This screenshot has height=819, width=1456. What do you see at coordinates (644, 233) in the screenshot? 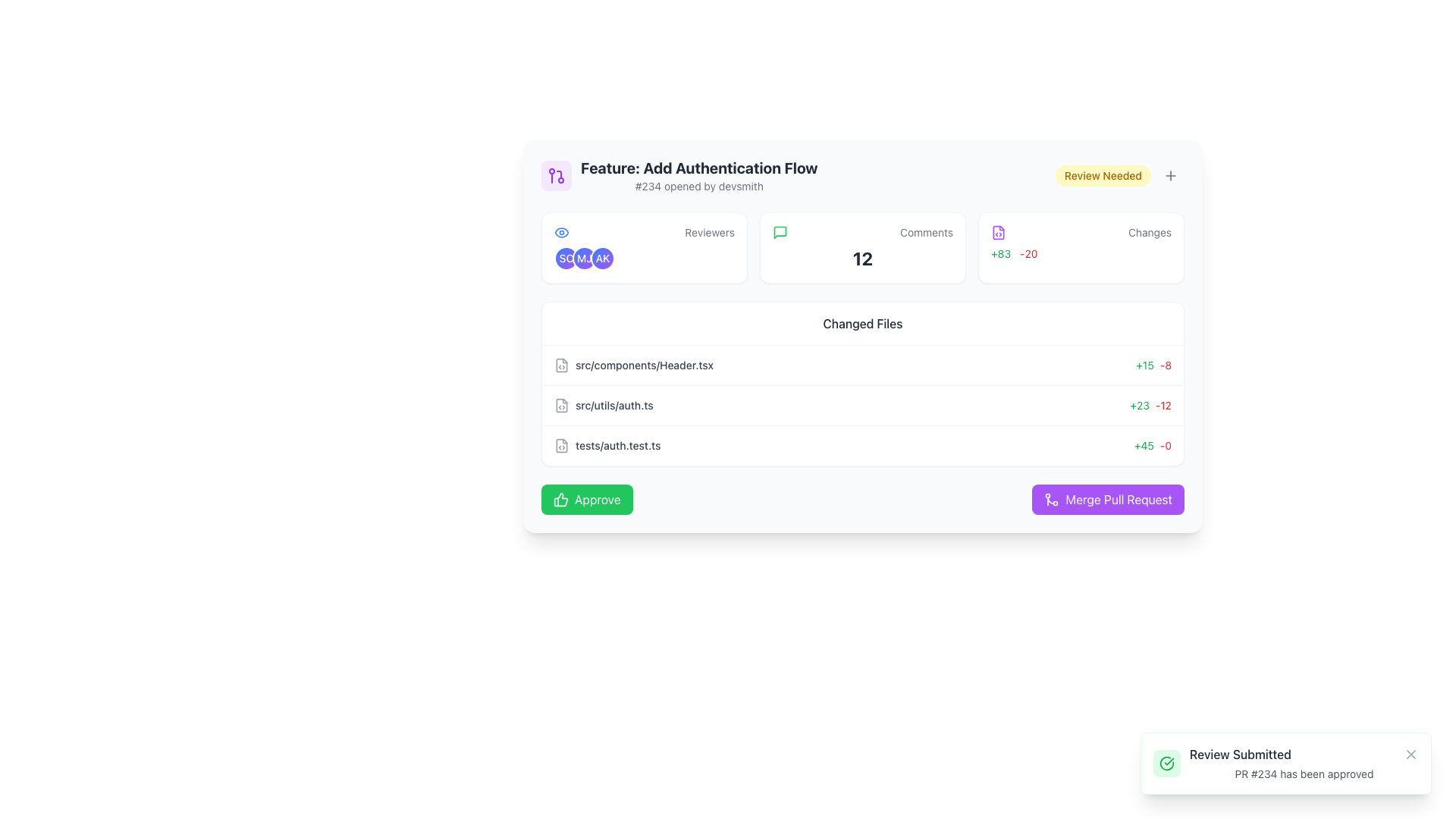
I see `the information provided by the label that includes a blue eye icon followed by the word 'Reviewers' in gray text` at bounding box center [644, 233].